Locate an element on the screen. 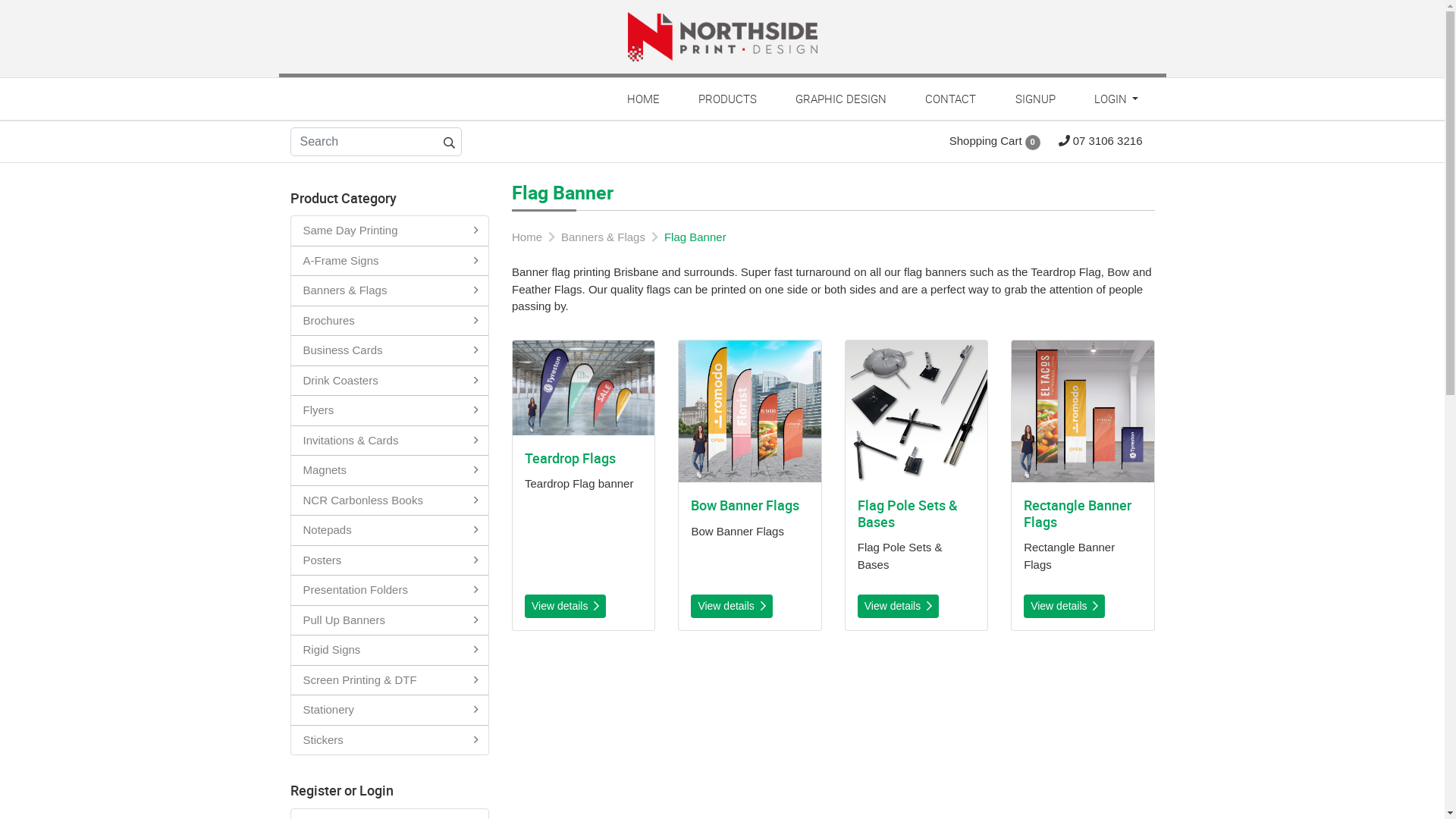  'Screen Printing & DTF' is located at coordinates (390, 679).